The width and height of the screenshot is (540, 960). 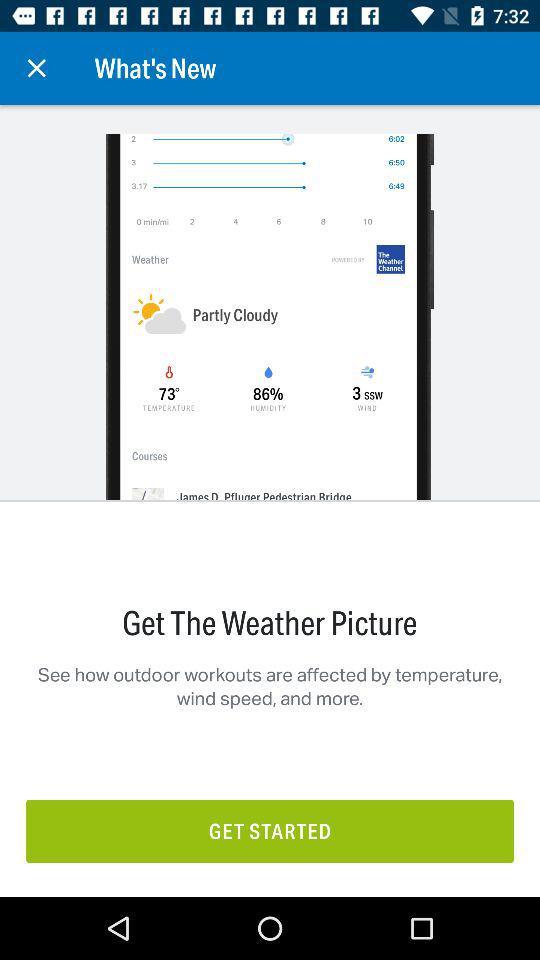 I want to click on the item next to the what's new icon, so click(x=36, y=68).